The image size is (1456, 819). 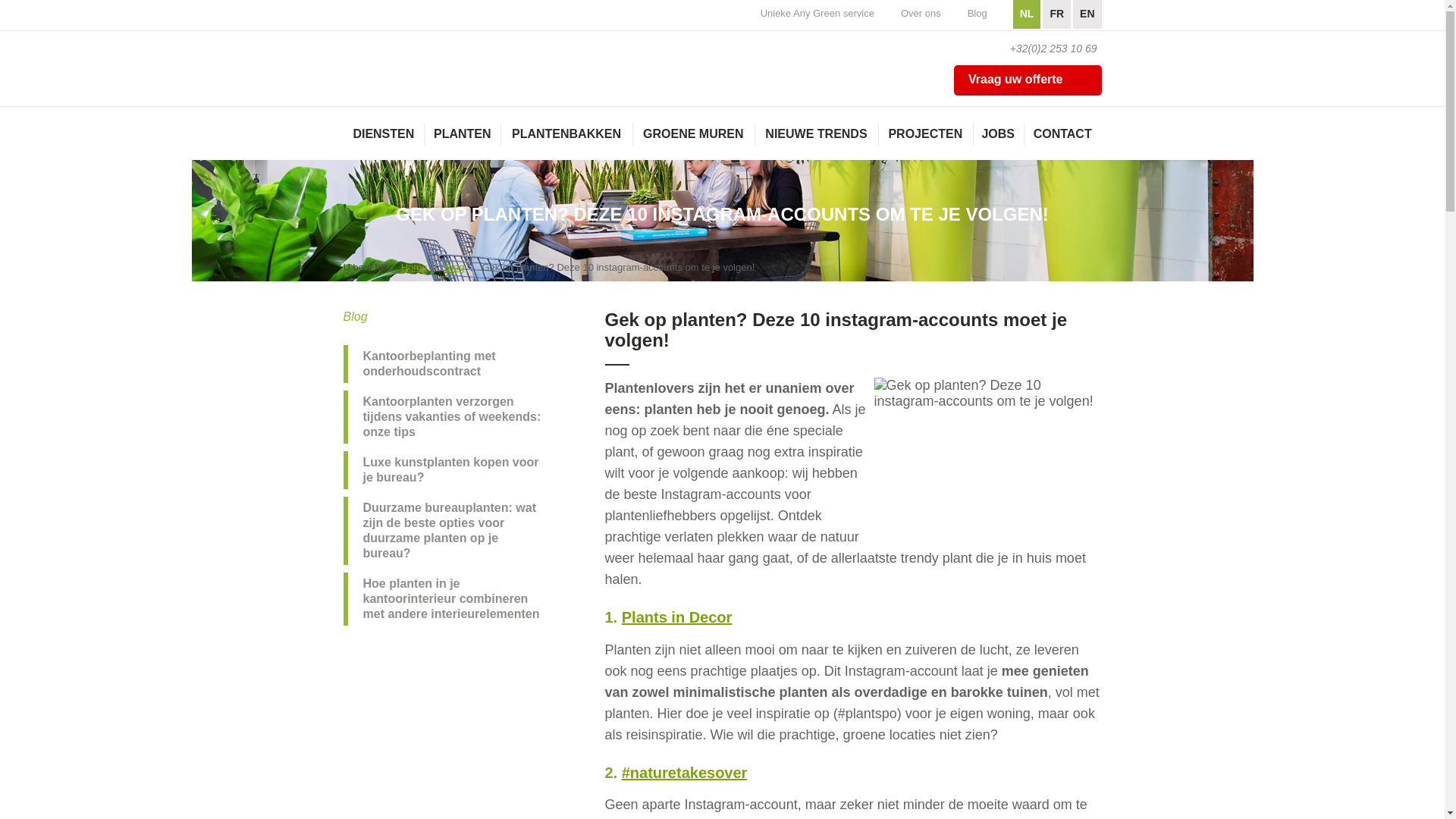 I want to click on 'Over ons', so click(x=920, y=14).